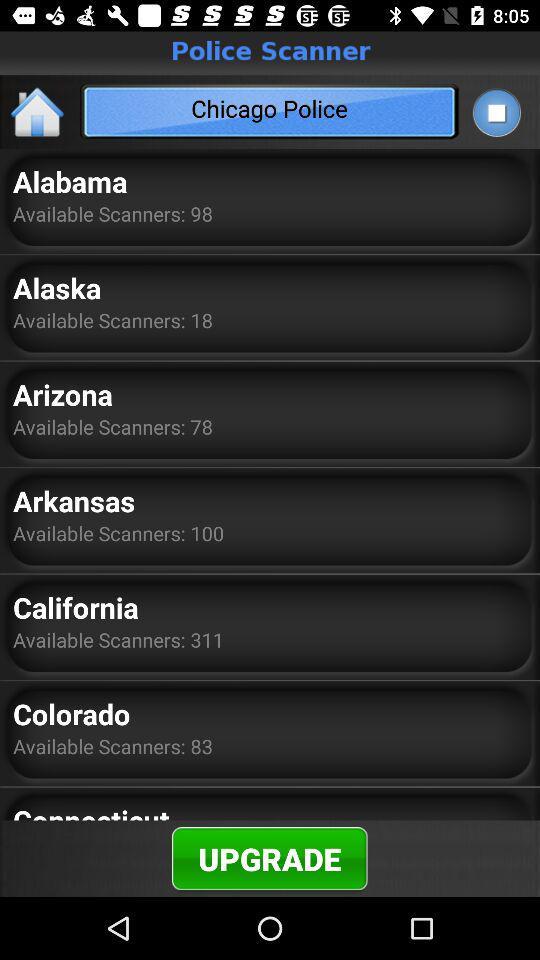 This screenshot has width=540, height=960. I want to click on the icon above the available scanners: 311 icon, so click(74, 606).